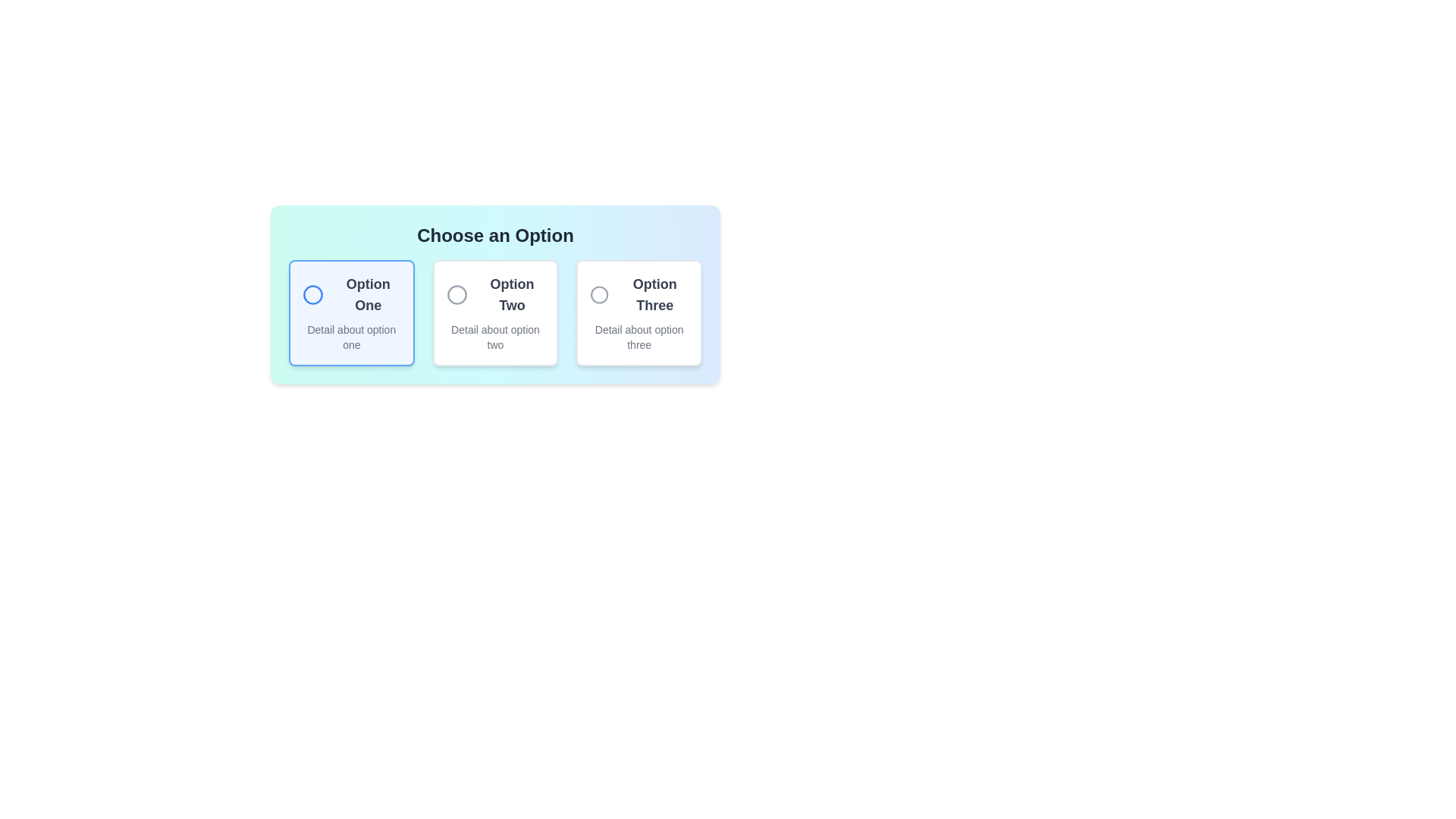 The image size is (1456, 819). What do you see at coordinates (512, 295) in the screenshot?
I see `the text label displaying 'Option Two' in bold, dark gray font, located in the center column of the options grouping` at bounding box center [512, 295].